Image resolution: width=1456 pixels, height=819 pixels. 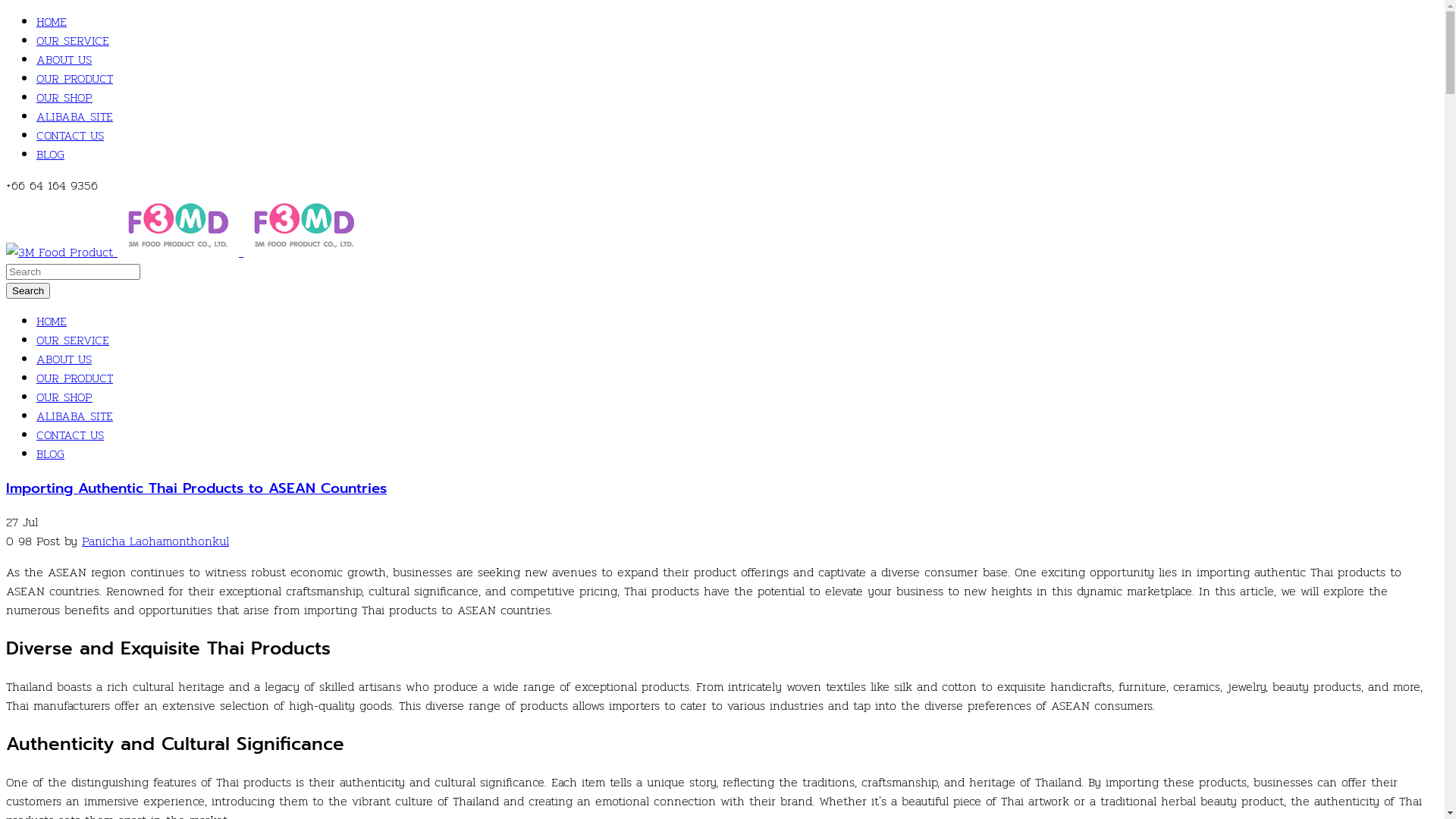 I want to click on 'OUR SHOP', so click(x=64, y=396).